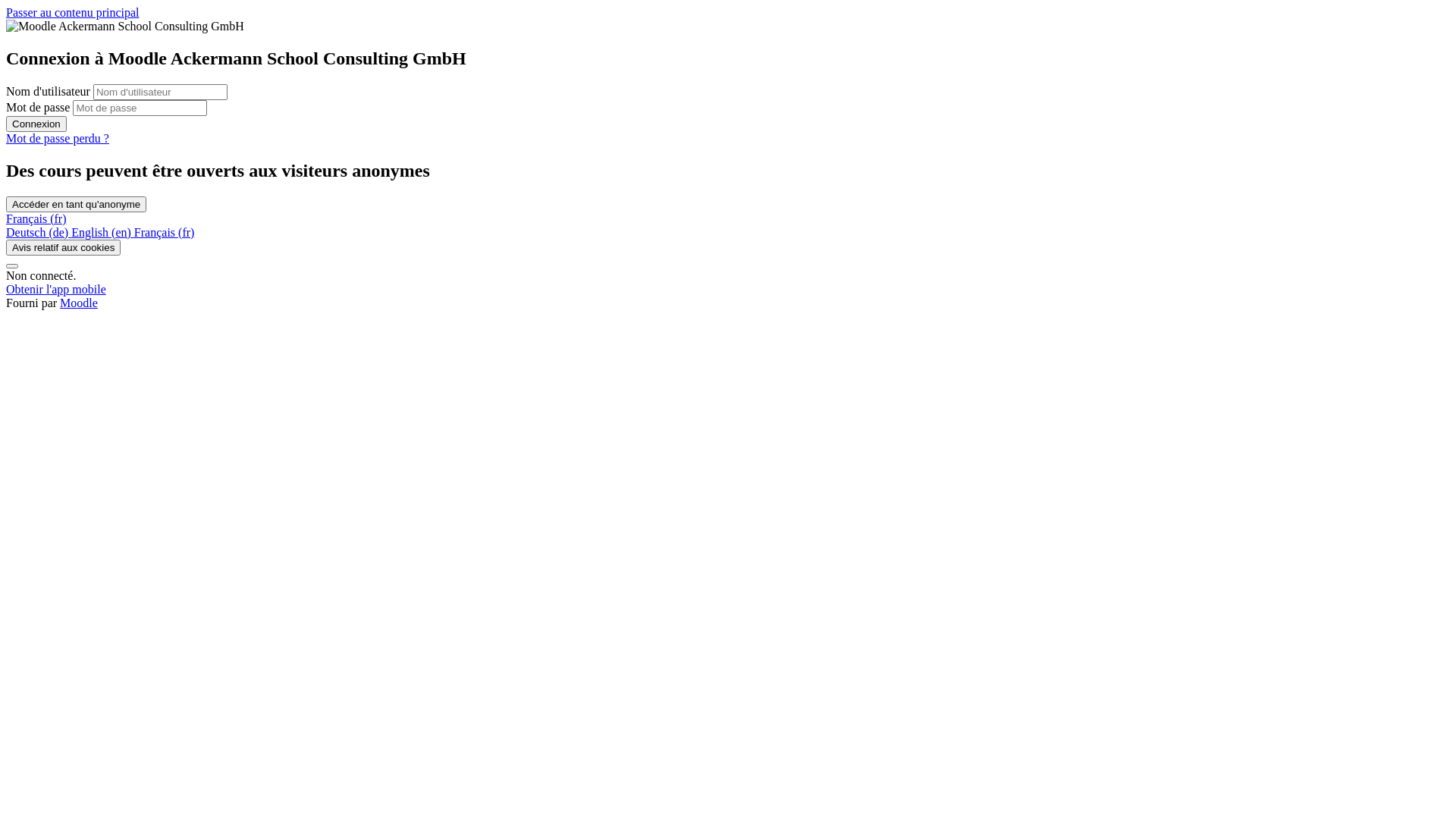  Describe the element at coordinates (6, 123) in the screenshot. I see `'Connexion'` at that location.